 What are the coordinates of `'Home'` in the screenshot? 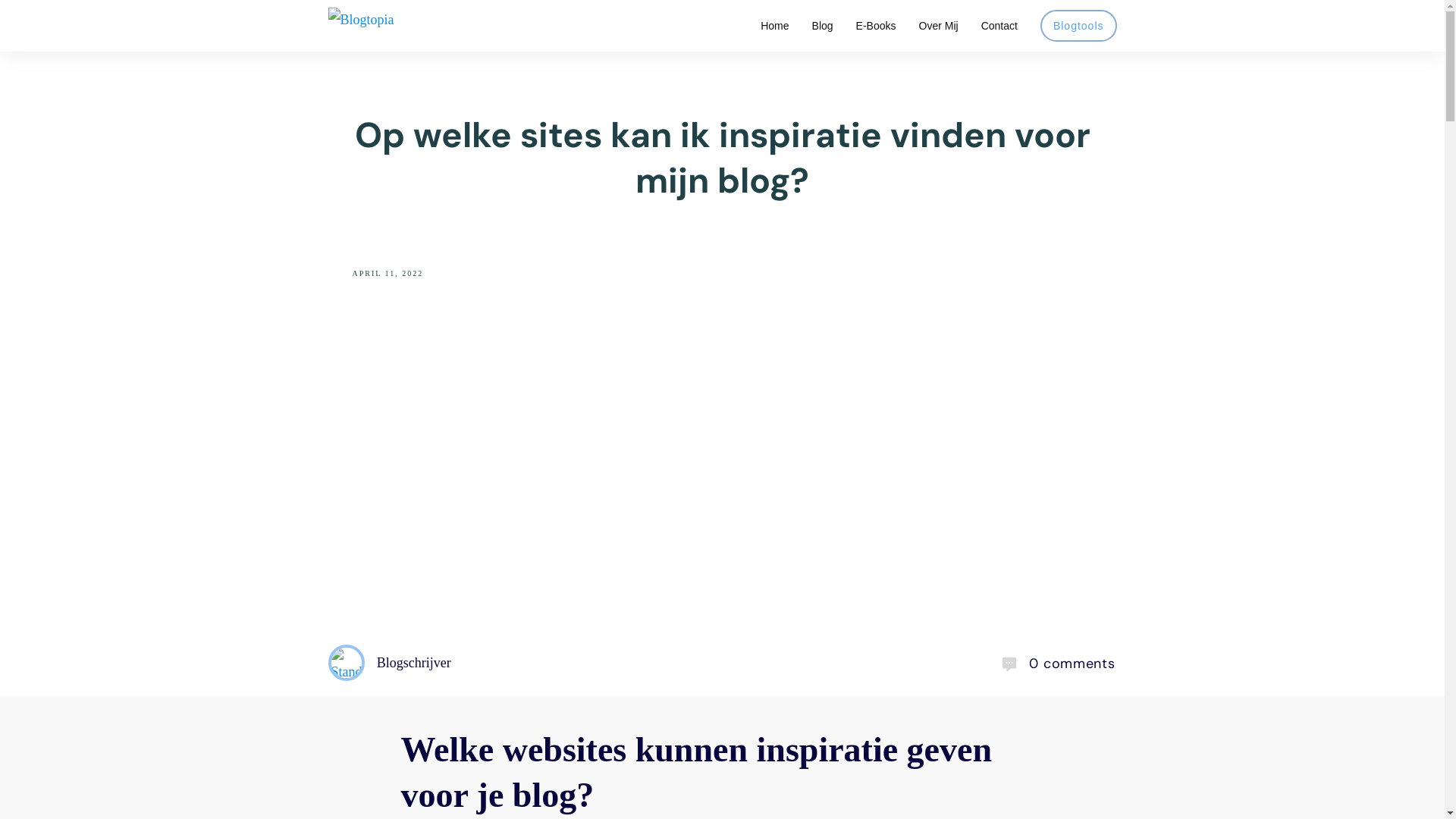 It's located at (774, 26).